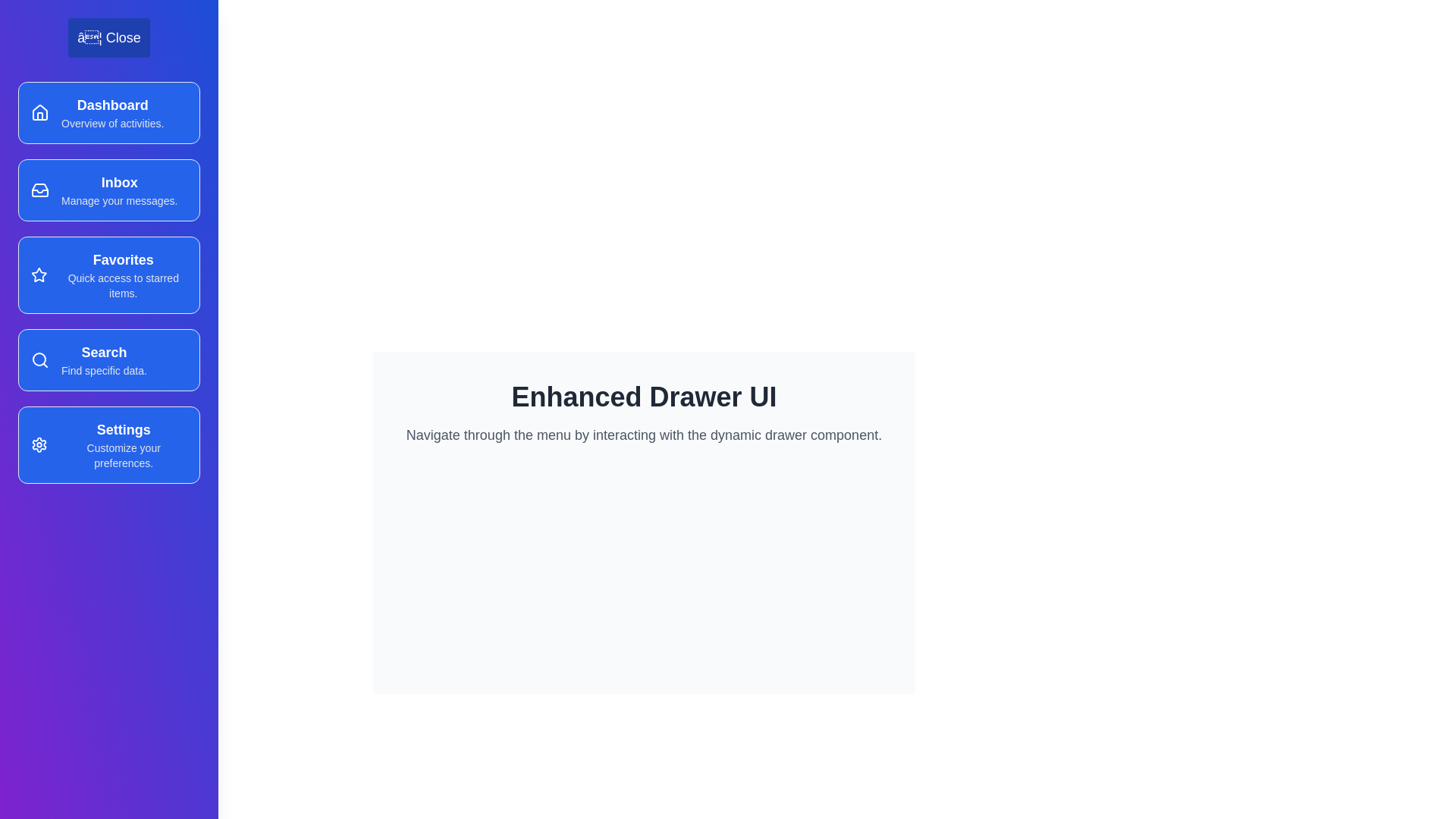 This screenshot has height=819, width=1456. I want to click on the menu item Favorites, so click(108, 275).